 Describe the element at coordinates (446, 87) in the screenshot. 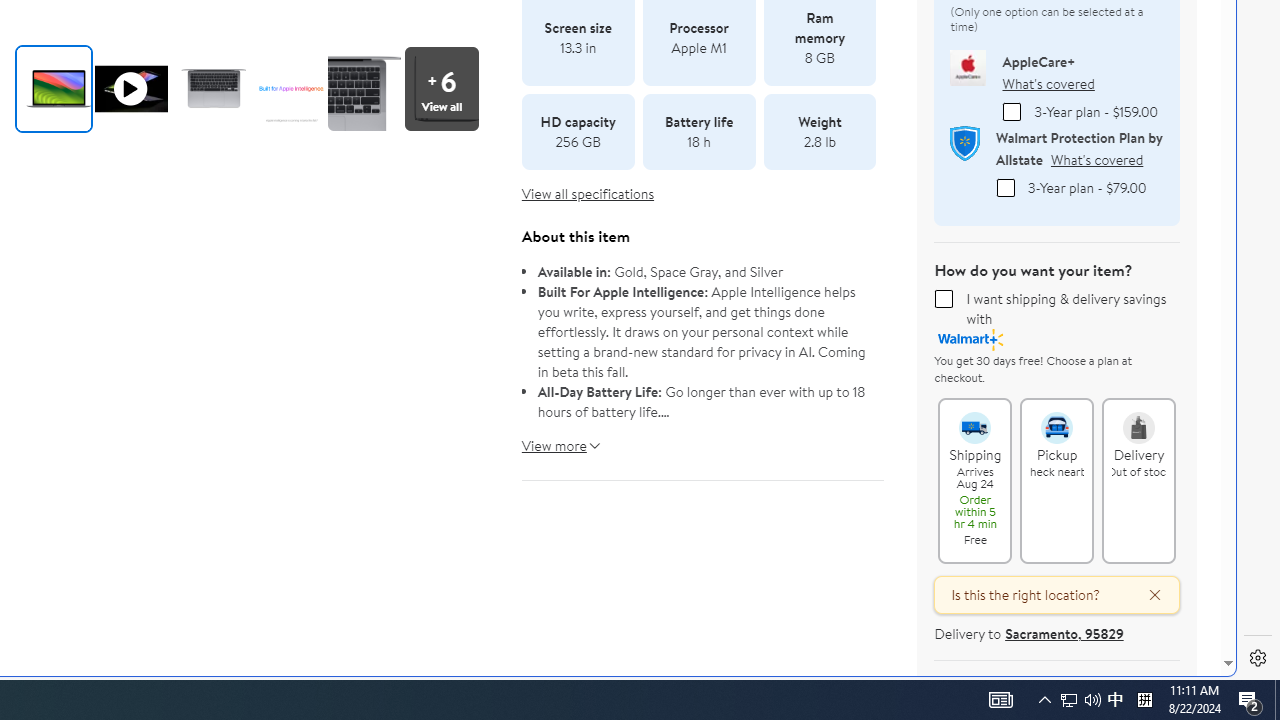

I see `'View all media'` at that location.